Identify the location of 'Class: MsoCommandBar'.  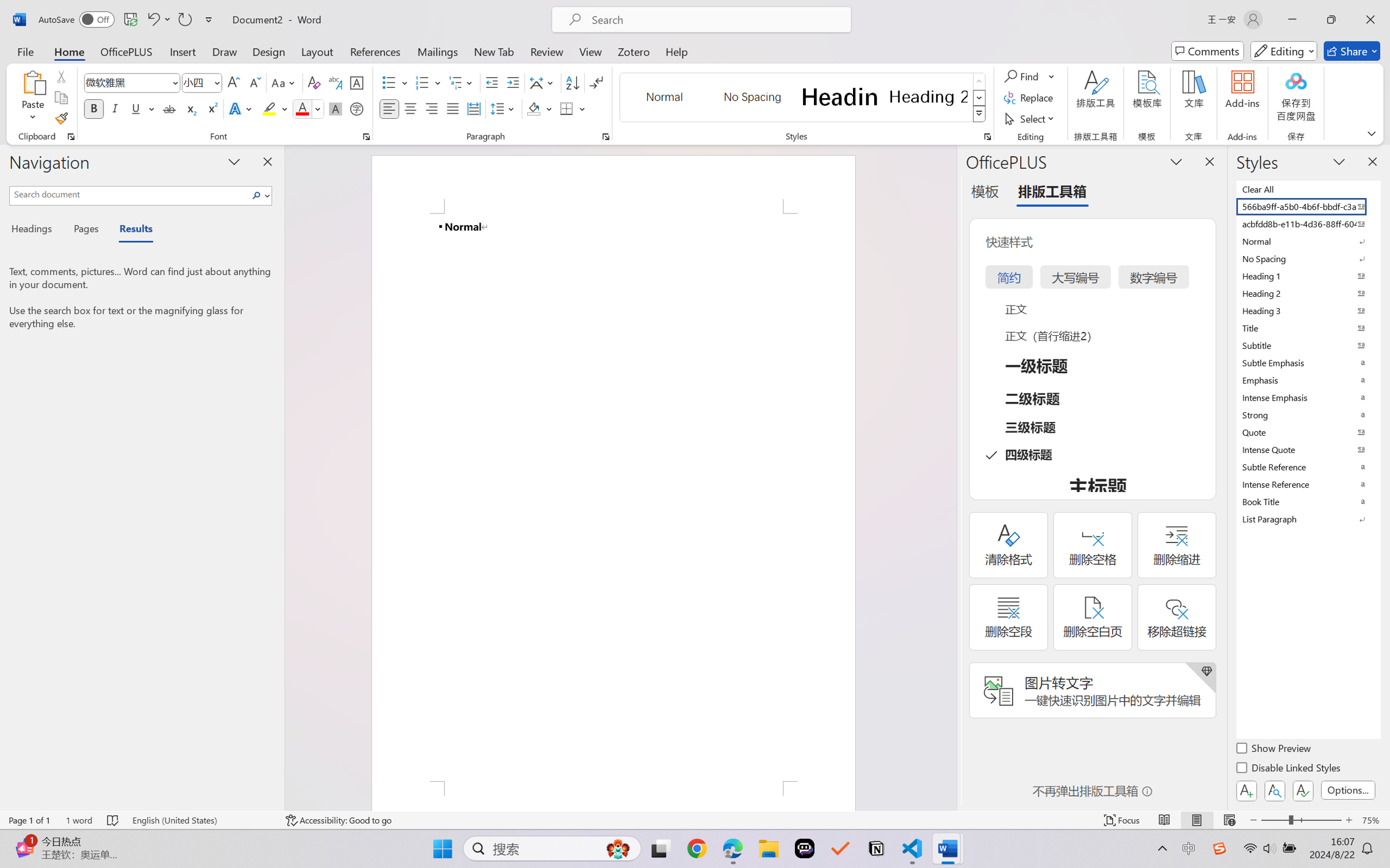
(695, 820).